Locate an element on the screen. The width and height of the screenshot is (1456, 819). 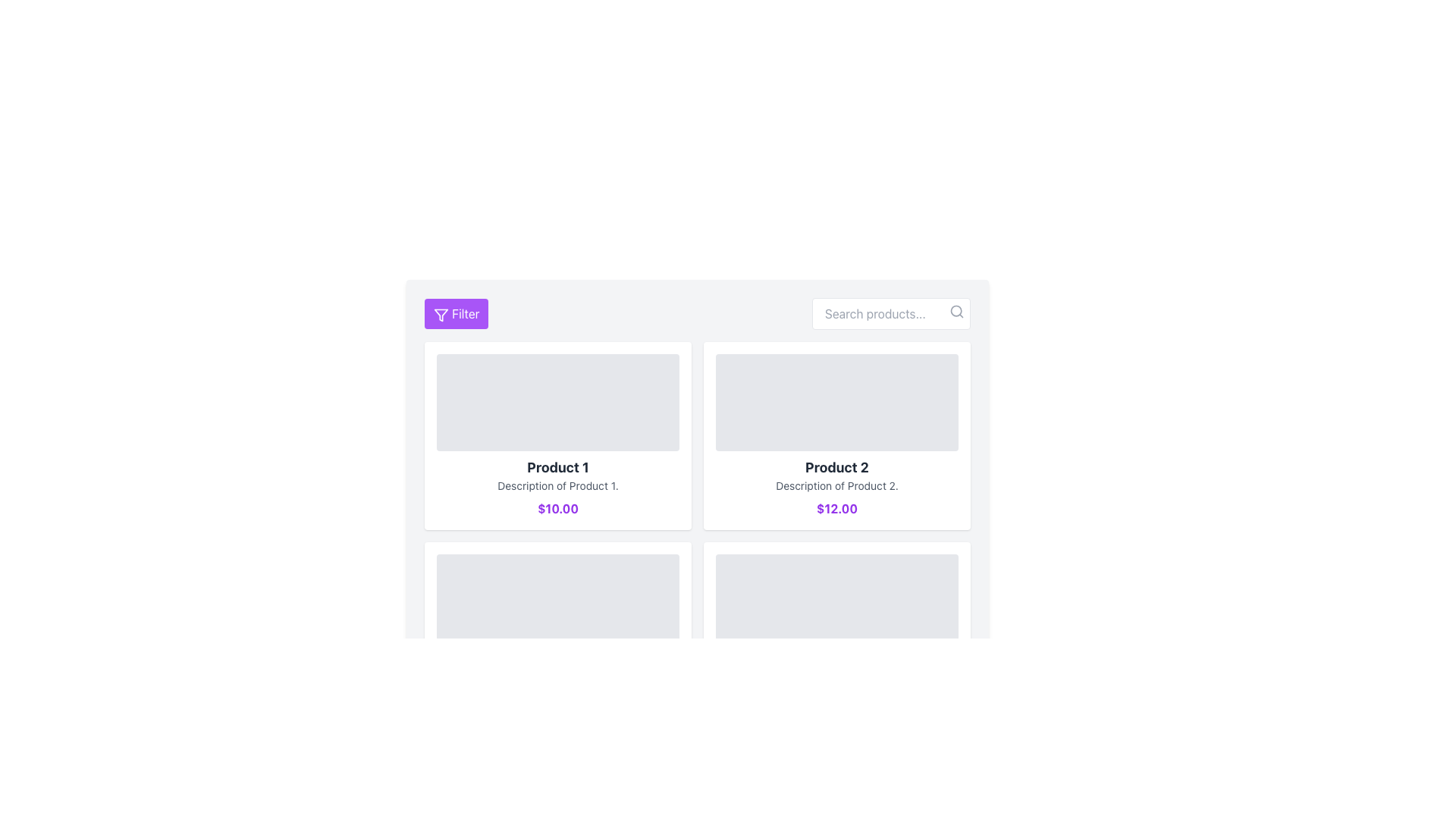
the appearance of the triangular-shaped filter icon located within the purple 'Filter' button in the upper-left corner of the interface is located at coordinates (440, 314).